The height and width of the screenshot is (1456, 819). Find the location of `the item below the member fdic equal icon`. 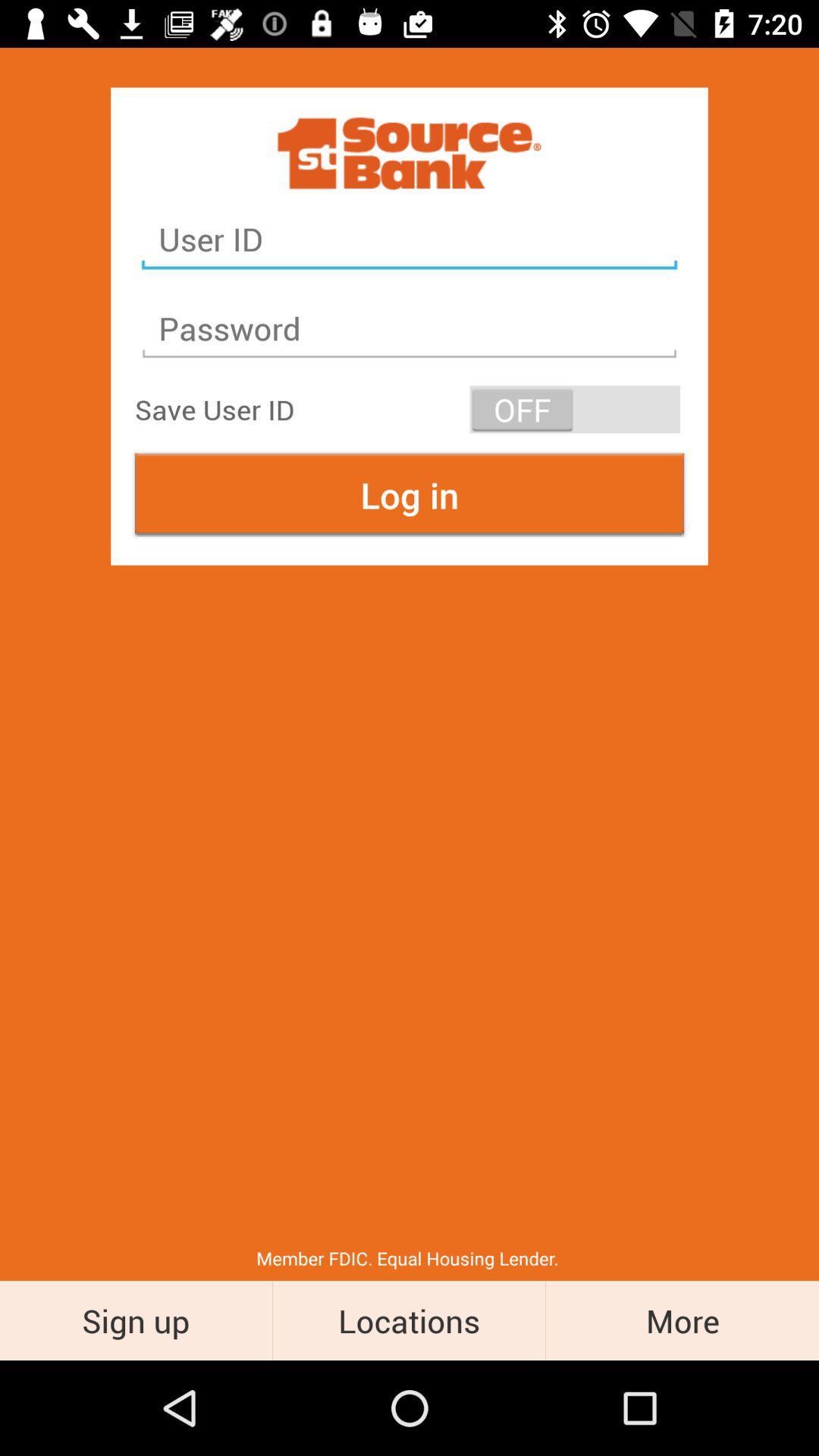

the item below the member fdic equal icon is located at coordinates (135, 1319).